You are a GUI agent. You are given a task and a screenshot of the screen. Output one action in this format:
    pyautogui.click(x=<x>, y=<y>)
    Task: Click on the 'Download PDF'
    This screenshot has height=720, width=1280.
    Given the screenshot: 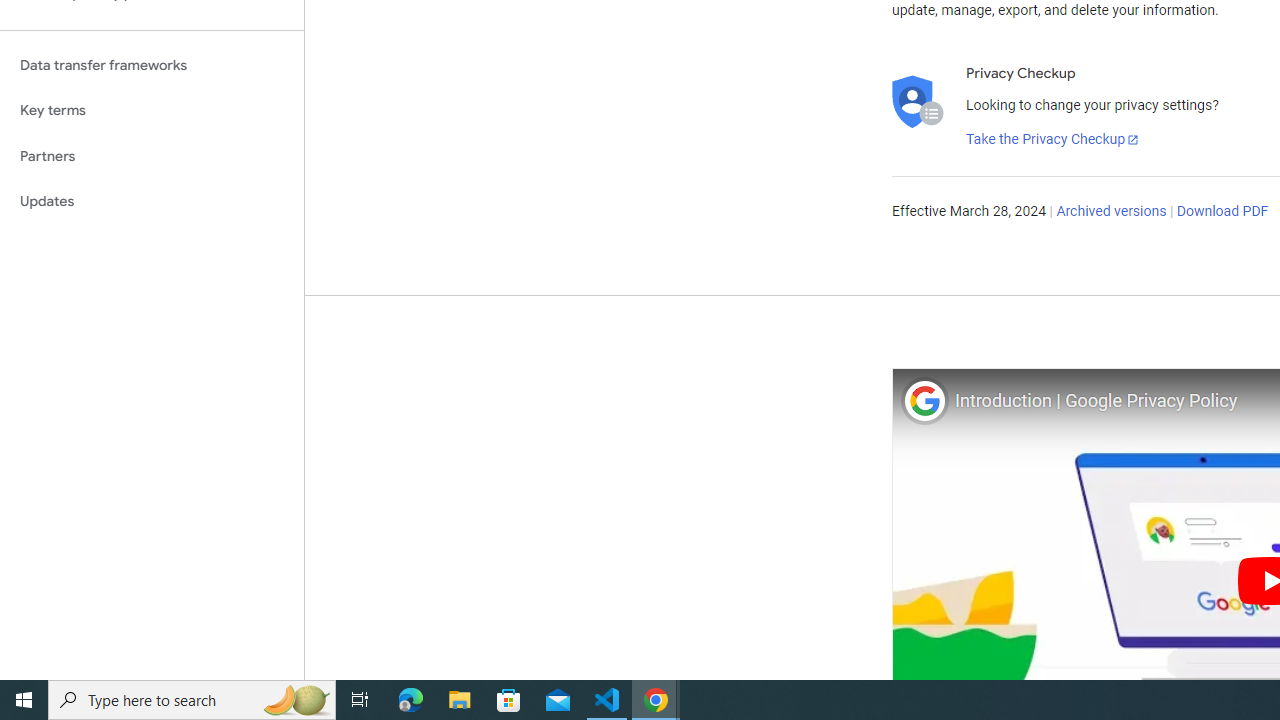 What is the action you would take?
    pyautogui.click(x=1221, y=212)
    